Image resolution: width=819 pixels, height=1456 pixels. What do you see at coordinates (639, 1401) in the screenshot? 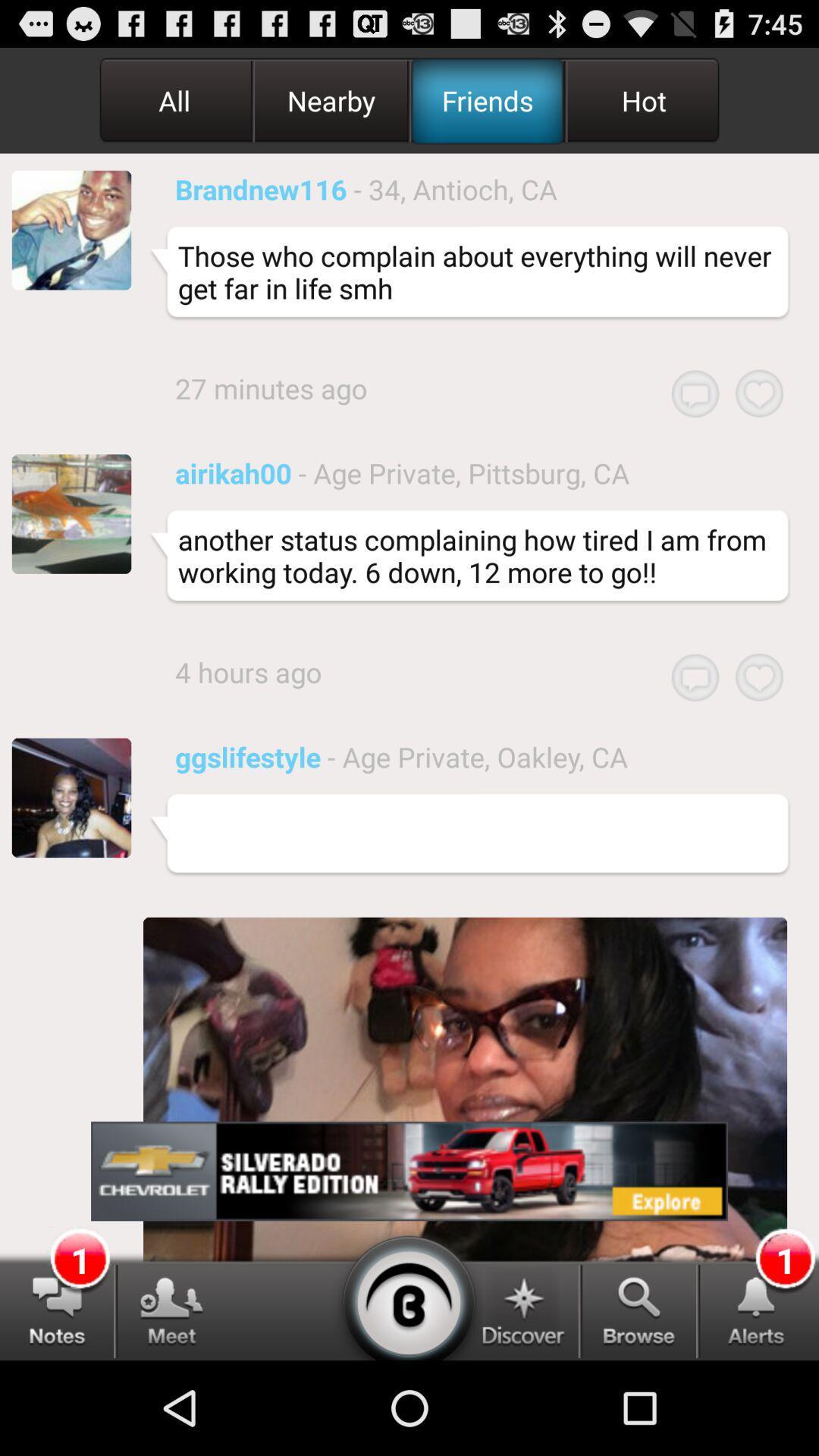
I see `the search icon` at bounding box center [639, 1401].